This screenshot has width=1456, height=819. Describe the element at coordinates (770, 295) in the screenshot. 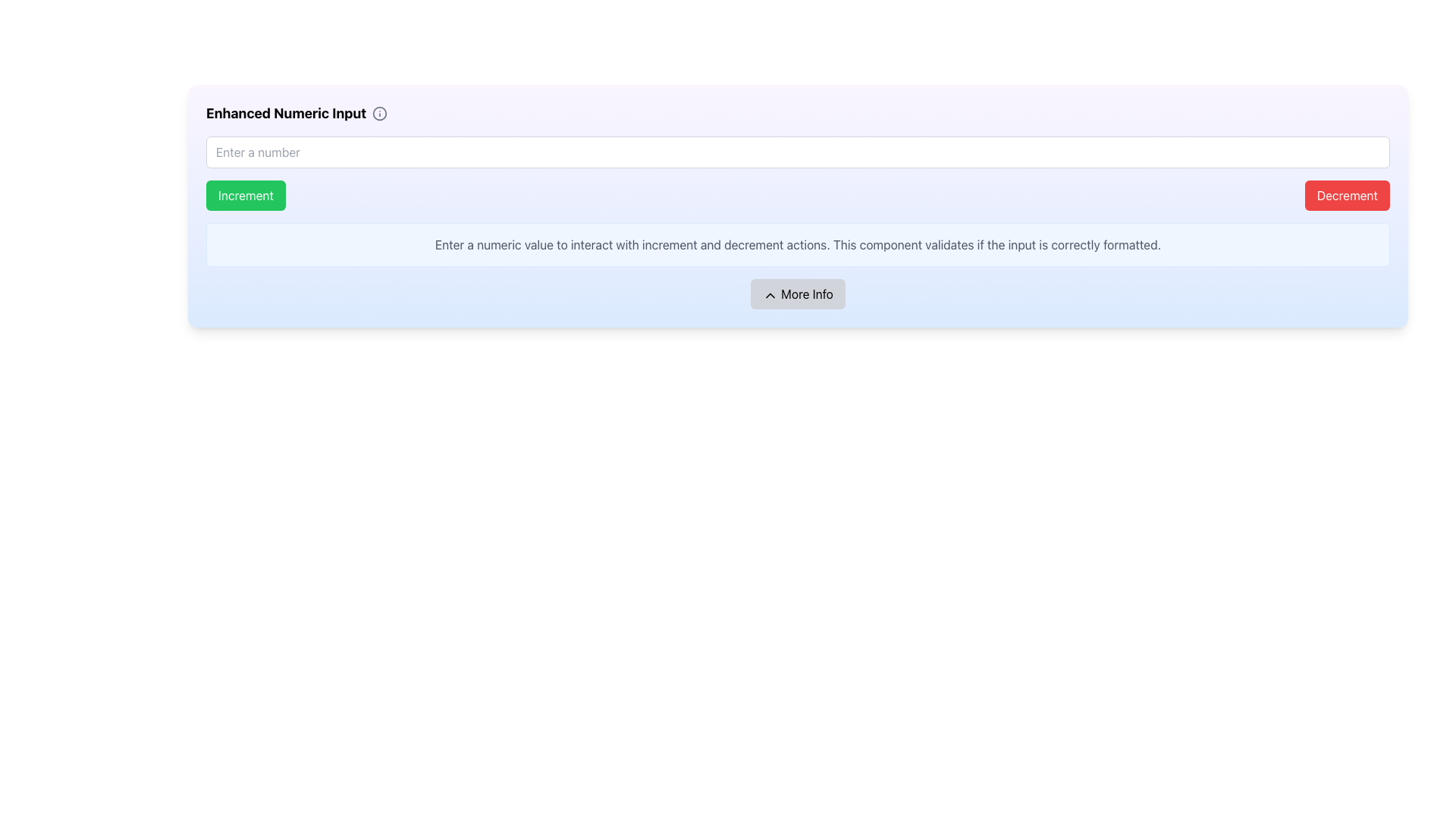

I see `the upward-pointing chevron icon located inside the 'More Info' button` at that location.